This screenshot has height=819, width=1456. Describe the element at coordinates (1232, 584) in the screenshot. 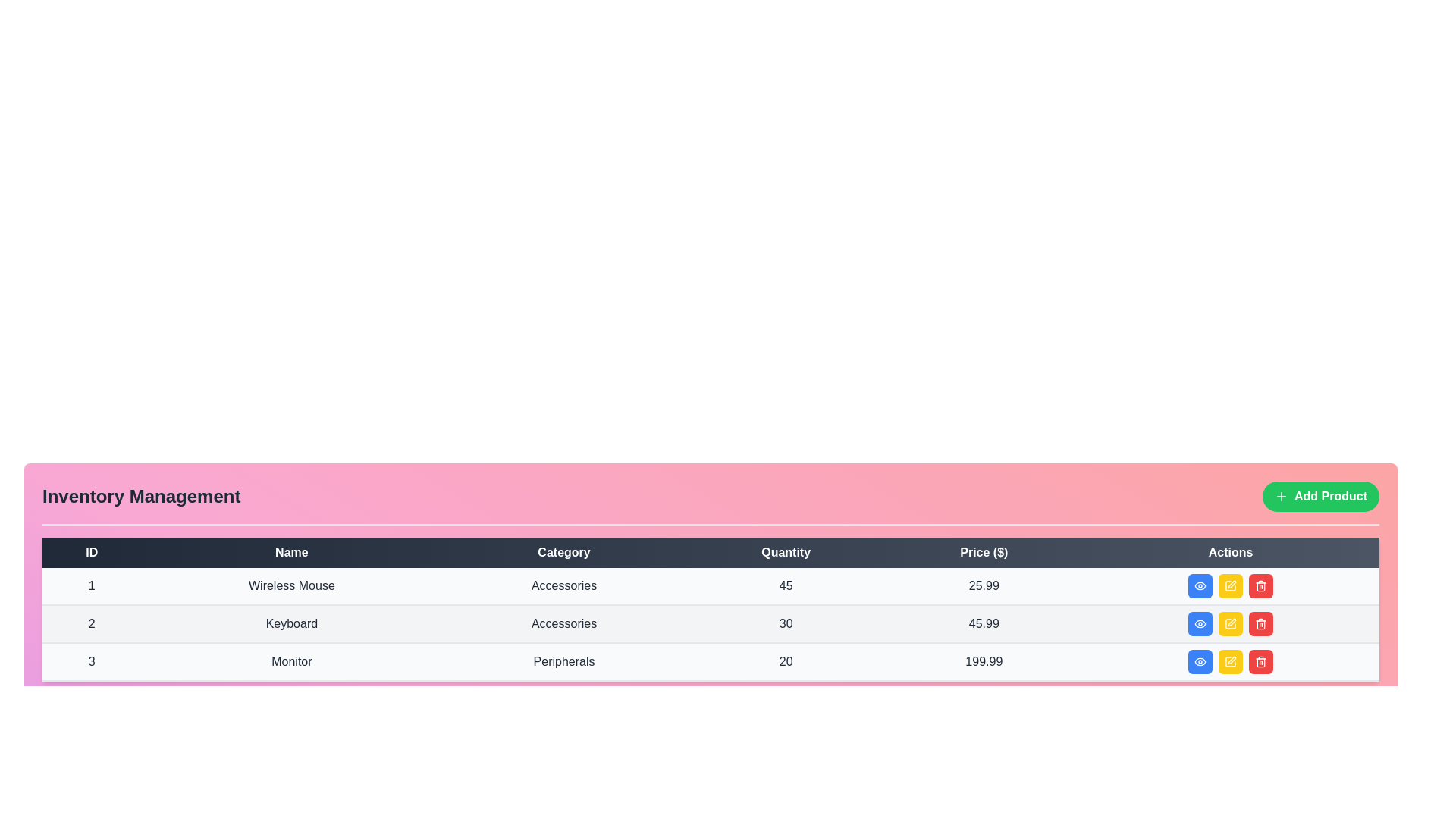

I see `the 'Edit' button in the 'Actions' column of the table` at that location.